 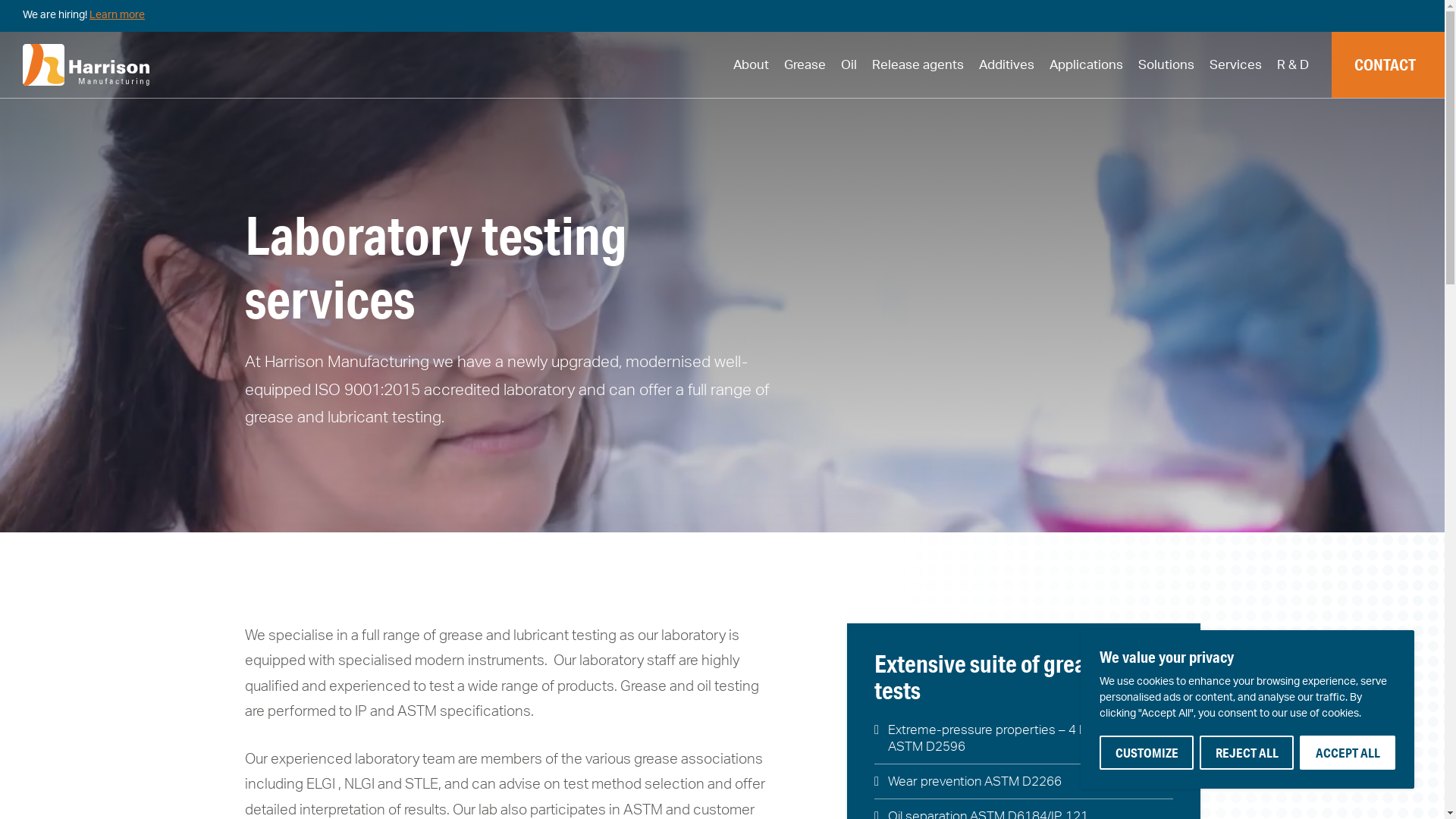 I want to click on 'CONTACT', so click(x=1331, y=64).